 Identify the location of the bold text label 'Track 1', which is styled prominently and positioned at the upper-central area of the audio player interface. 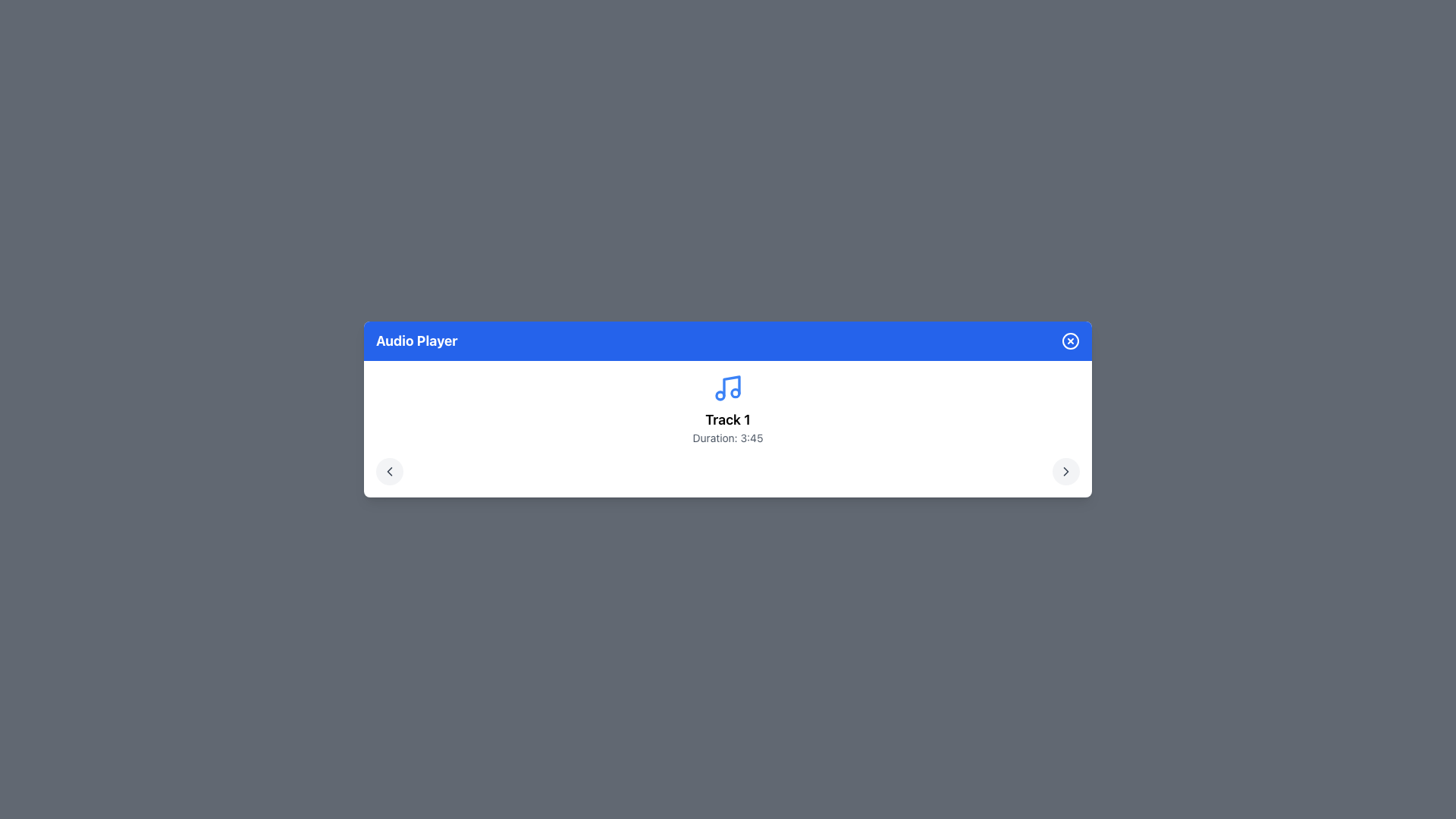
(728, 420).